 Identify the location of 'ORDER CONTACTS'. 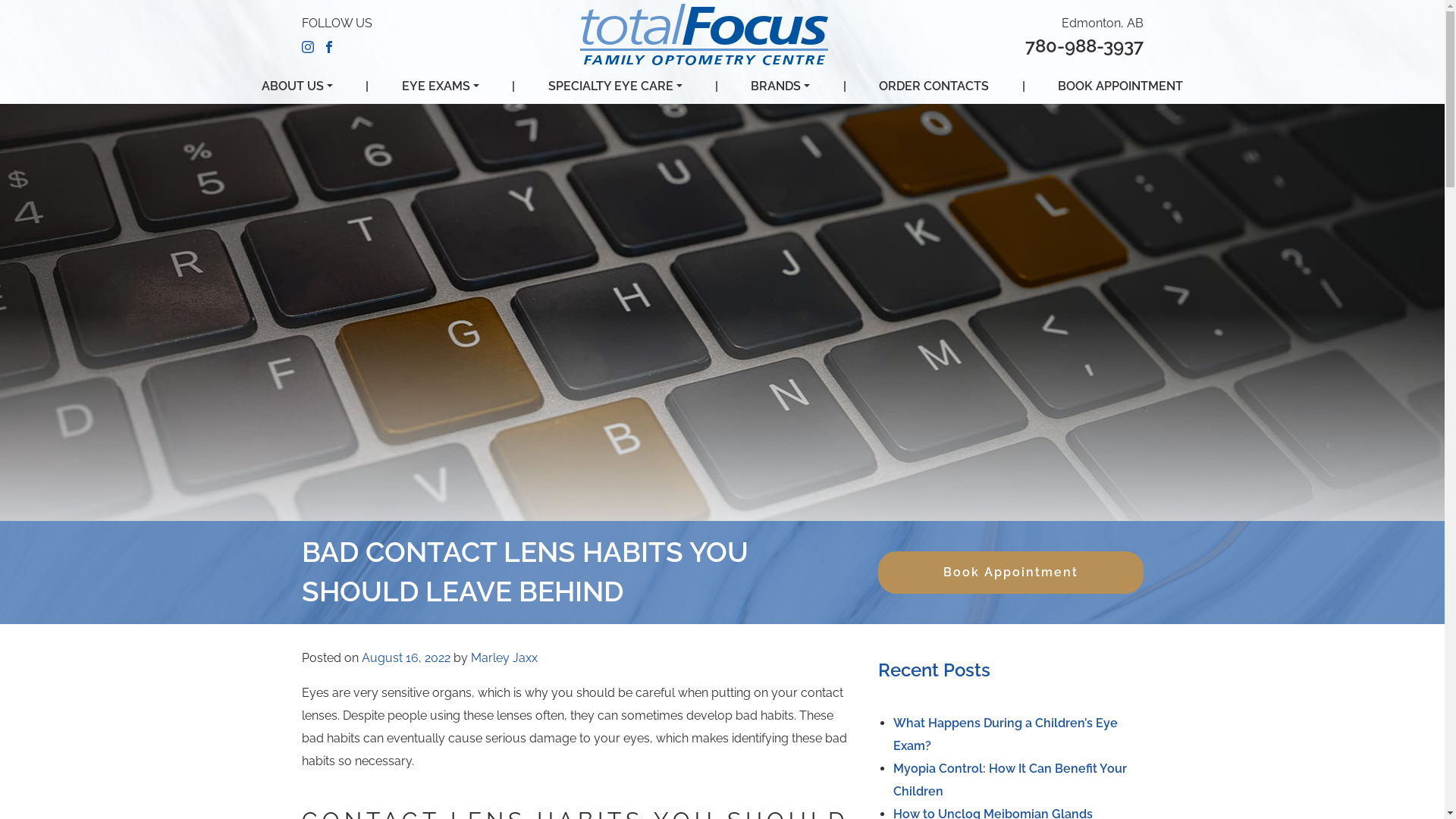
(933, 86).